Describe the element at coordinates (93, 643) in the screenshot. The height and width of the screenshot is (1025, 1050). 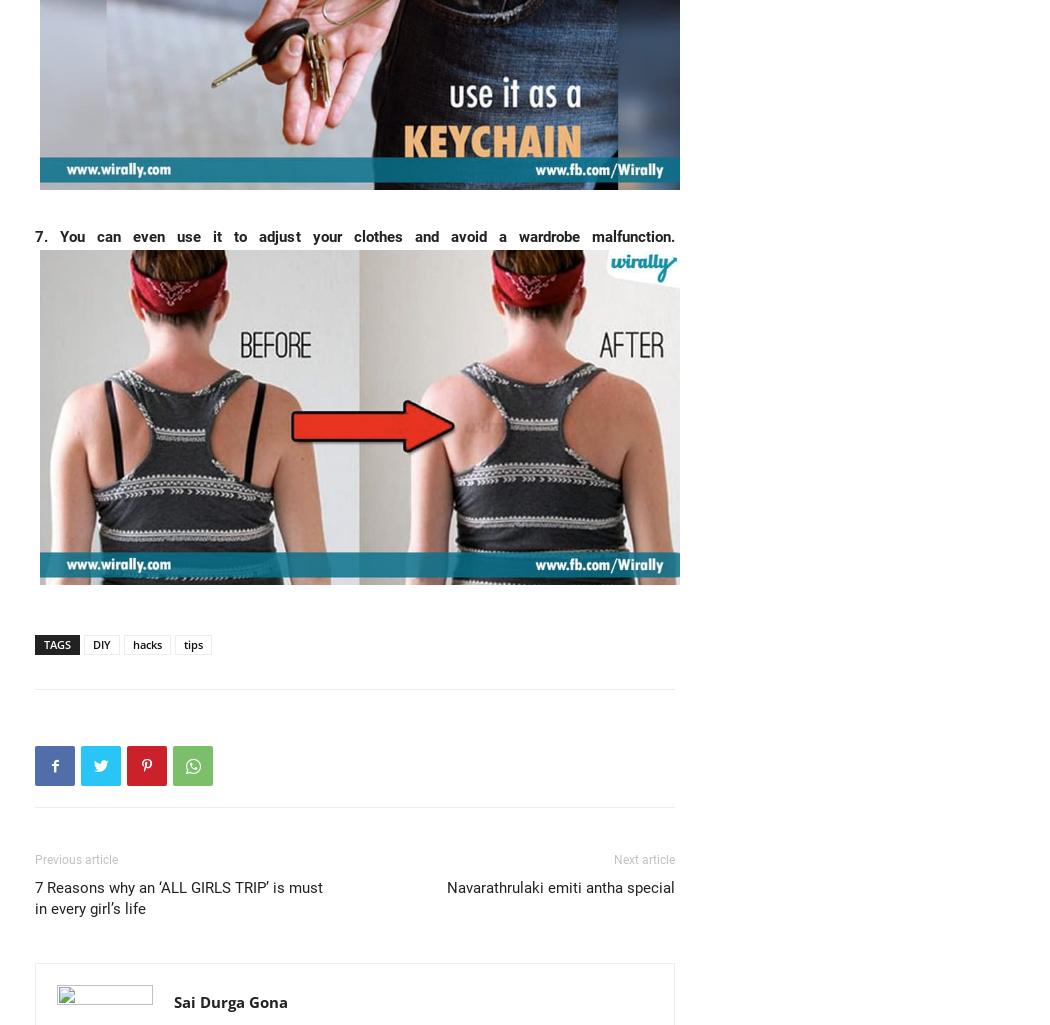
I see `'DIY'` at that location.